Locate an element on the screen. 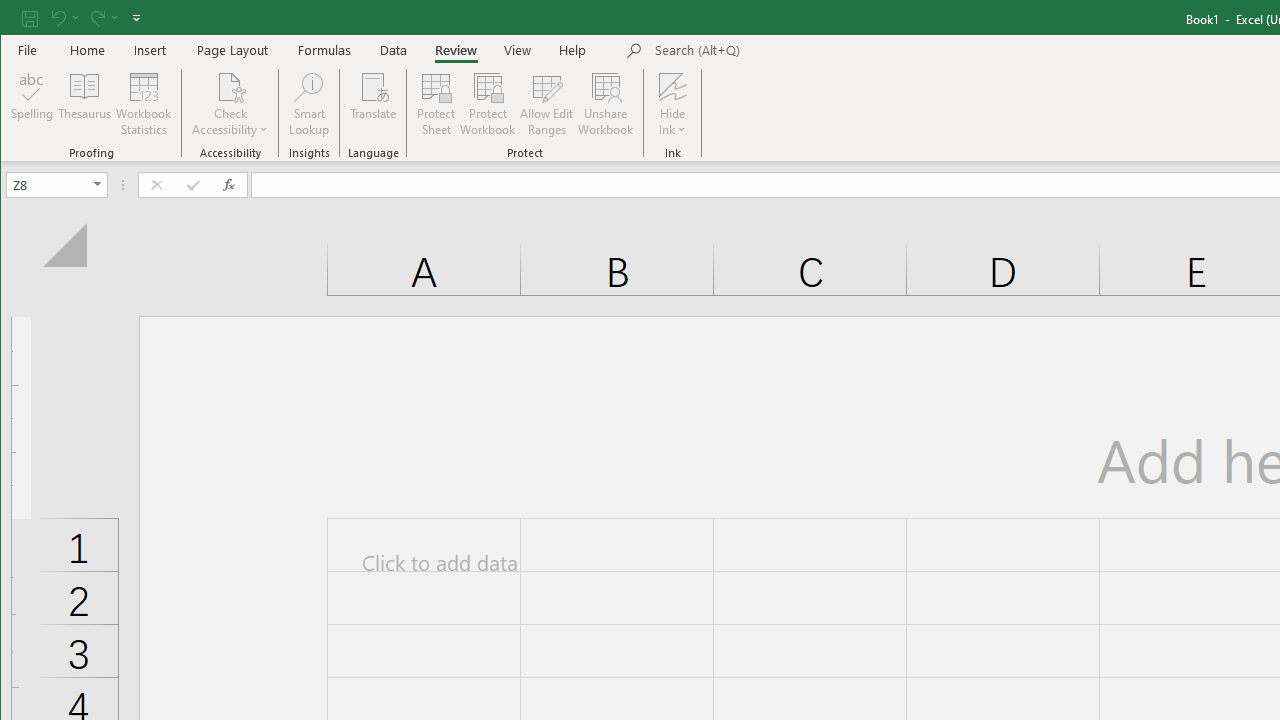 This screenshot has height=720, width=1280. 'Undo' is located at coordinates (57, 17).